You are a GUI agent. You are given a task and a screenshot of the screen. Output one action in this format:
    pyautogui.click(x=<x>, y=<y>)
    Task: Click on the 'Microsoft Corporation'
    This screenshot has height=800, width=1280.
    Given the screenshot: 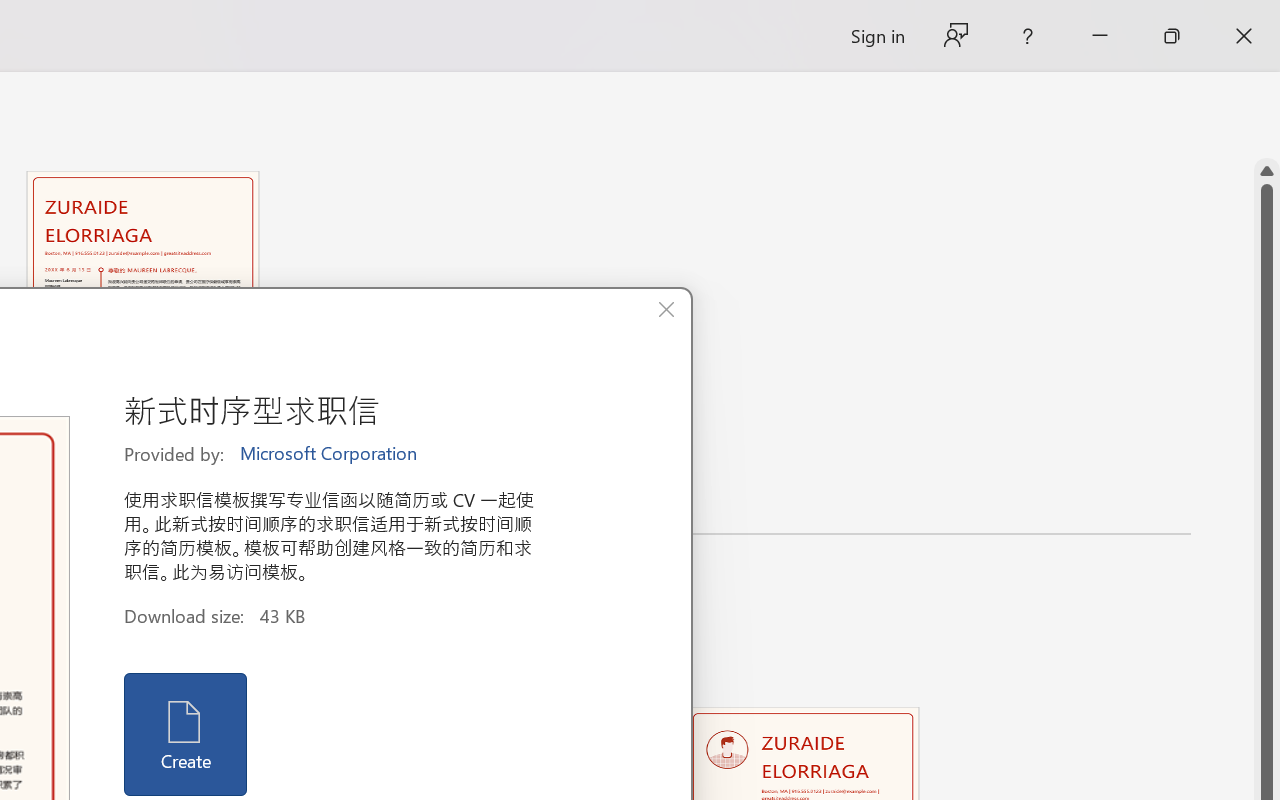 What is the action you would take?
    pyautogui.click(x=330, y=453)
    